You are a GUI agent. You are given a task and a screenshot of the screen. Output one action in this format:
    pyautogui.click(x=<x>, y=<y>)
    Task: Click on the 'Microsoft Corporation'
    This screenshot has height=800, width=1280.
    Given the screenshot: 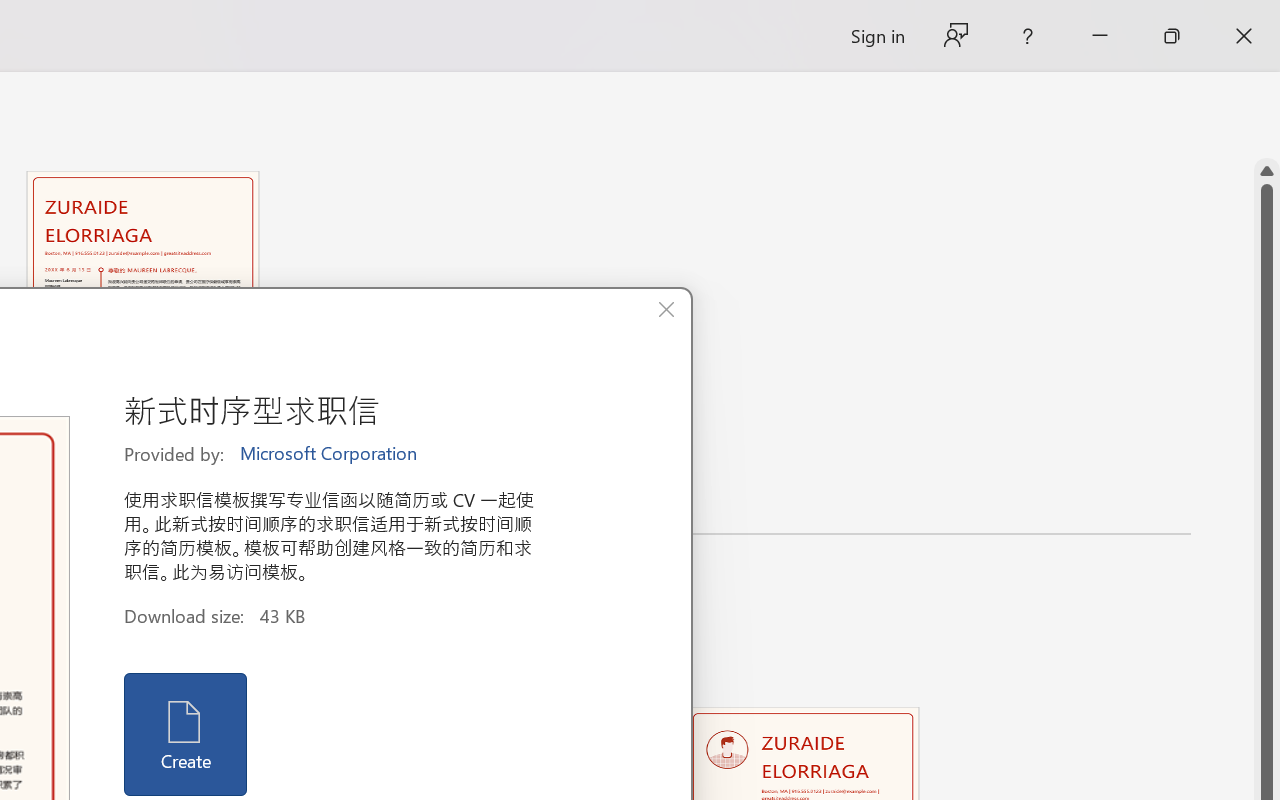 What is the action you would take?
    pyautogui.click(x=330, y=453)
    